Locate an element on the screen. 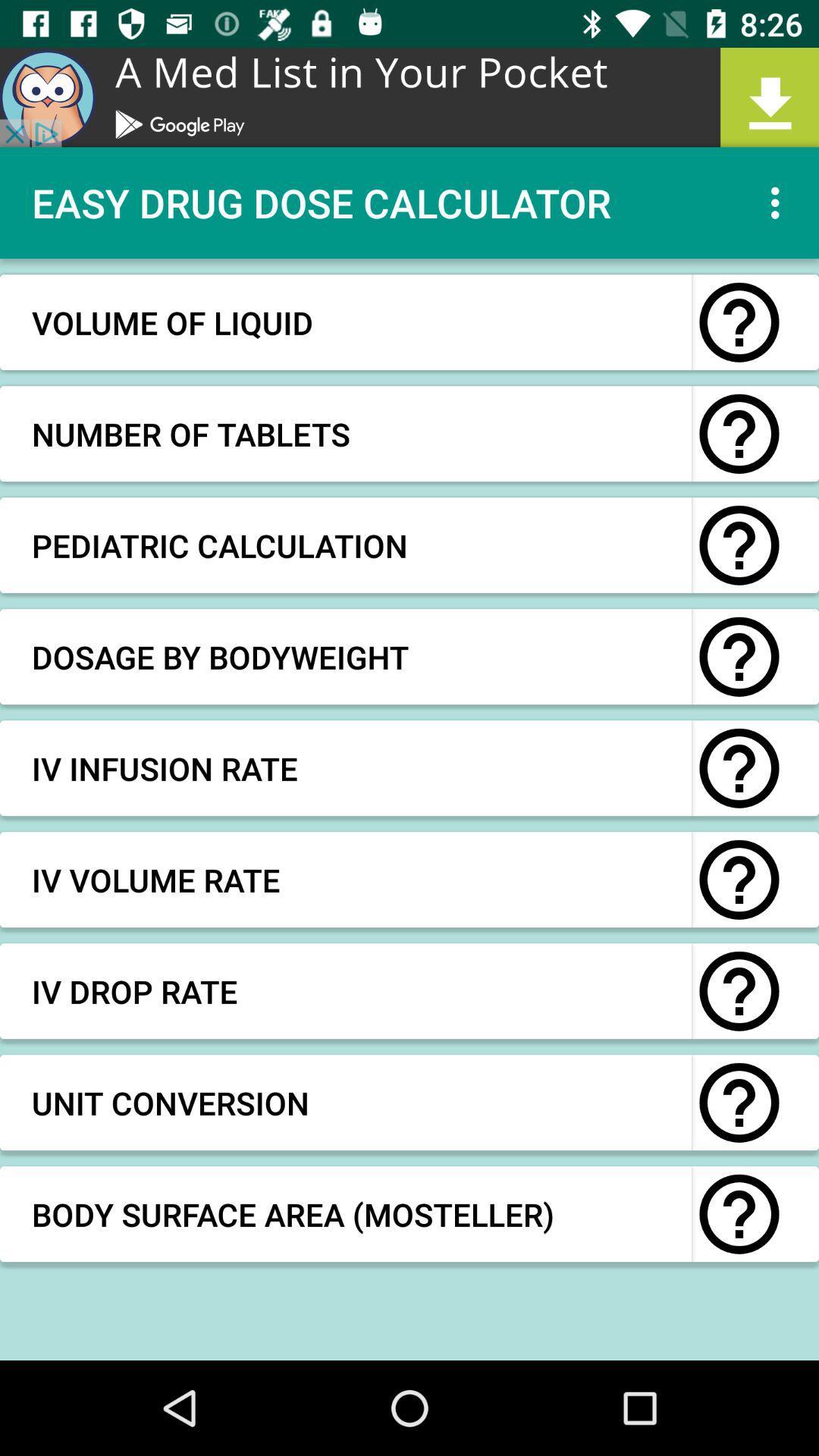 The image size is (819, 1456). see more info is located at coordinates (739, 322).